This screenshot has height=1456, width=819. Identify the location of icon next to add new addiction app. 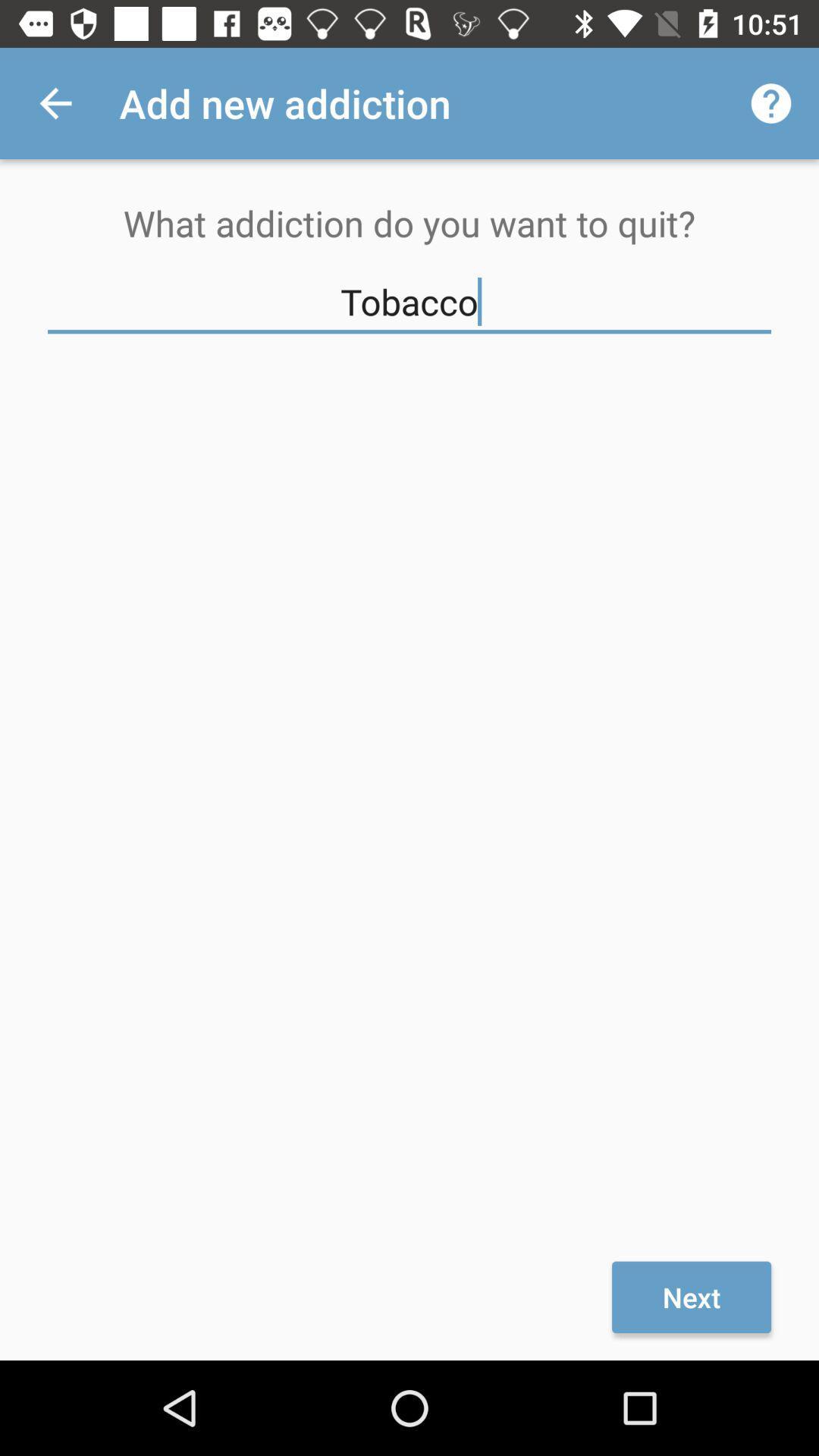
(771, 102).